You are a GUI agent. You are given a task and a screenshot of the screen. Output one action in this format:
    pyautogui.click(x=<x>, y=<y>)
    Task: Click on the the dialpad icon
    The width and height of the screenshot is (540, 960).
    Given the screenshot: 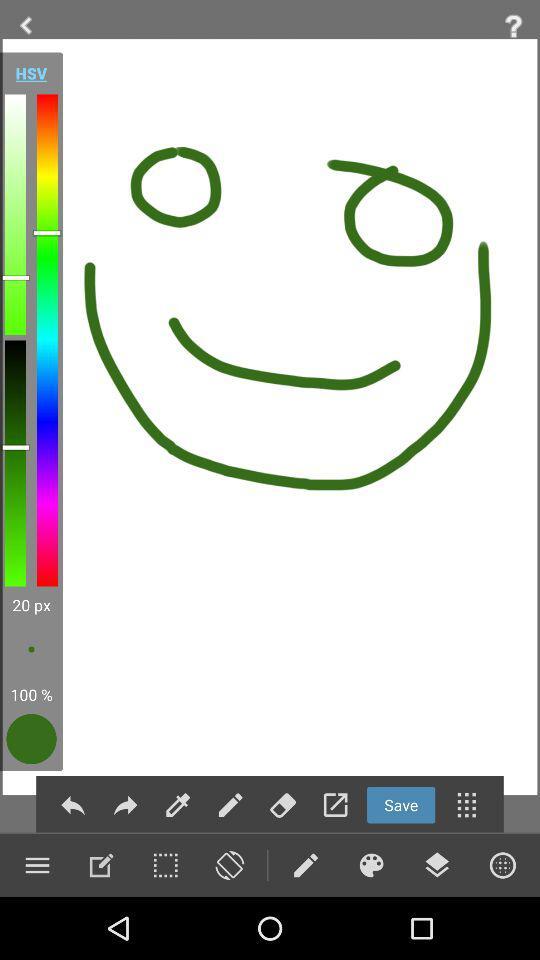 What is the action you would take?
    pyautogui.click(x=466, y=805)
    